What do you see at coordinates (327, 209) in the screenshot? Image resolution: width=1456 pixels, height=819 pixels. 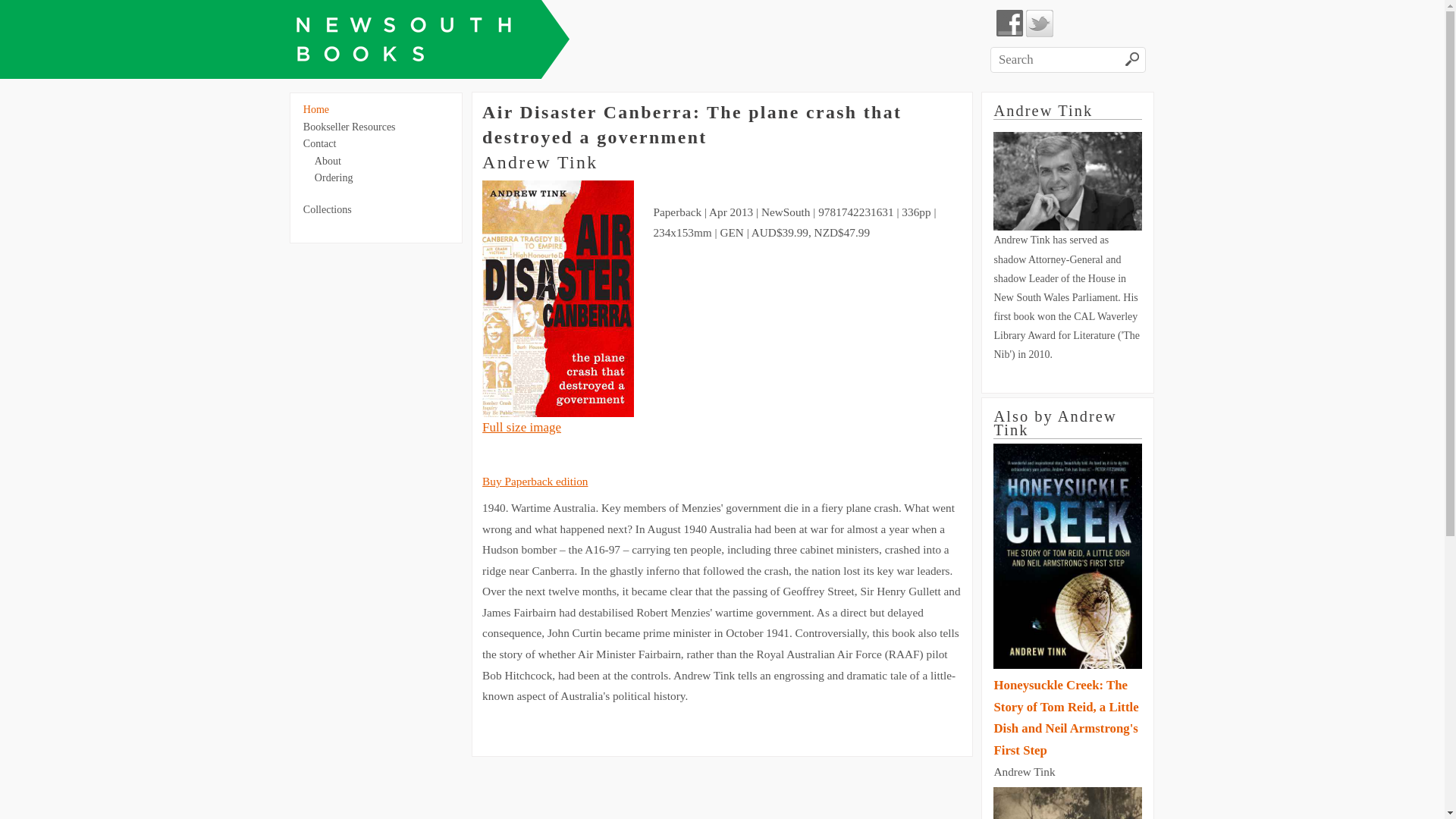 I see `'Collections'` at bounding box center [327, 209].